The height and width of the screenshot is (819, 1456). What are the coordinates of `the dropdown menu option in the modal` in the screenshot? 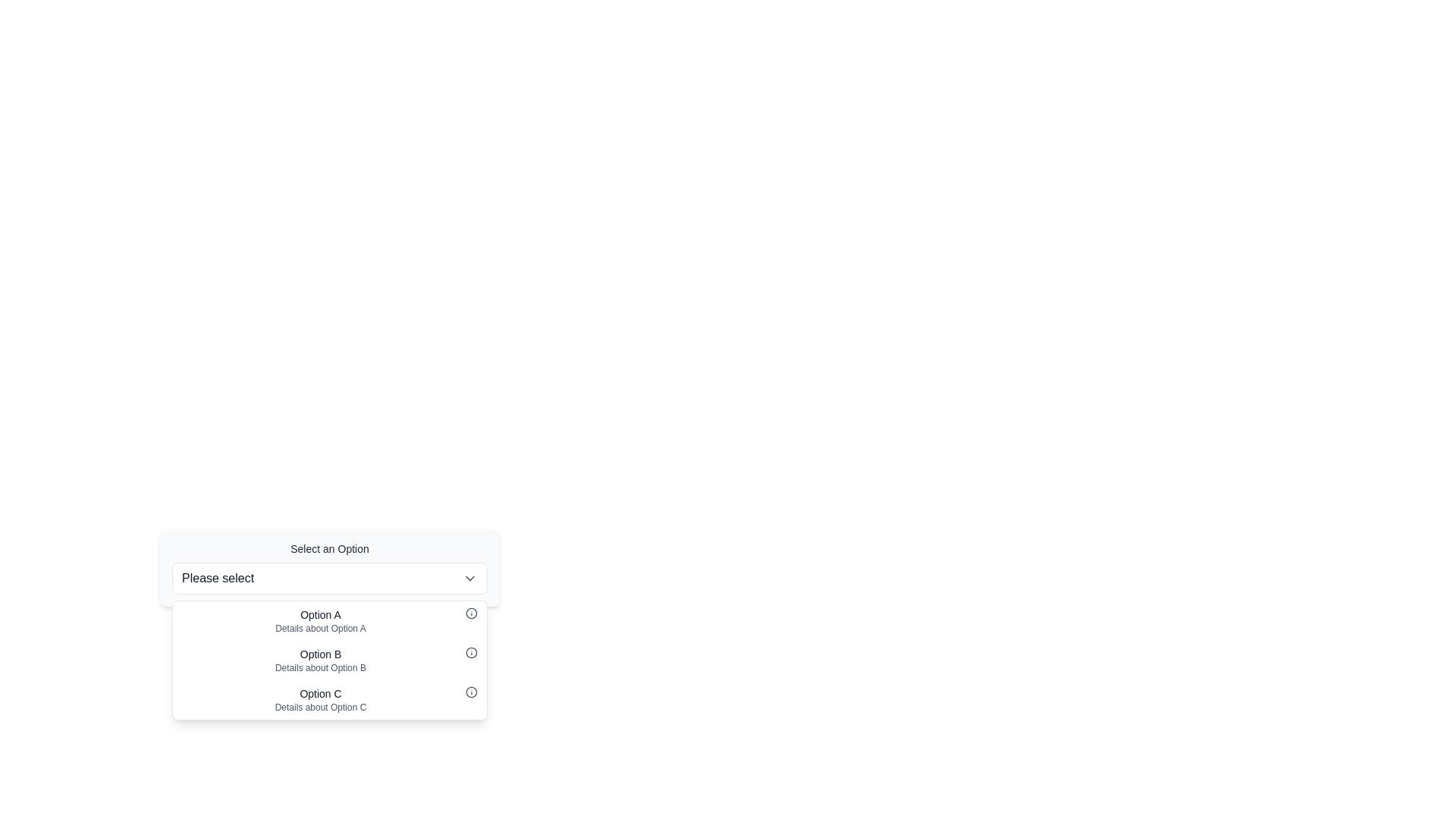 It's located at (329, 627).